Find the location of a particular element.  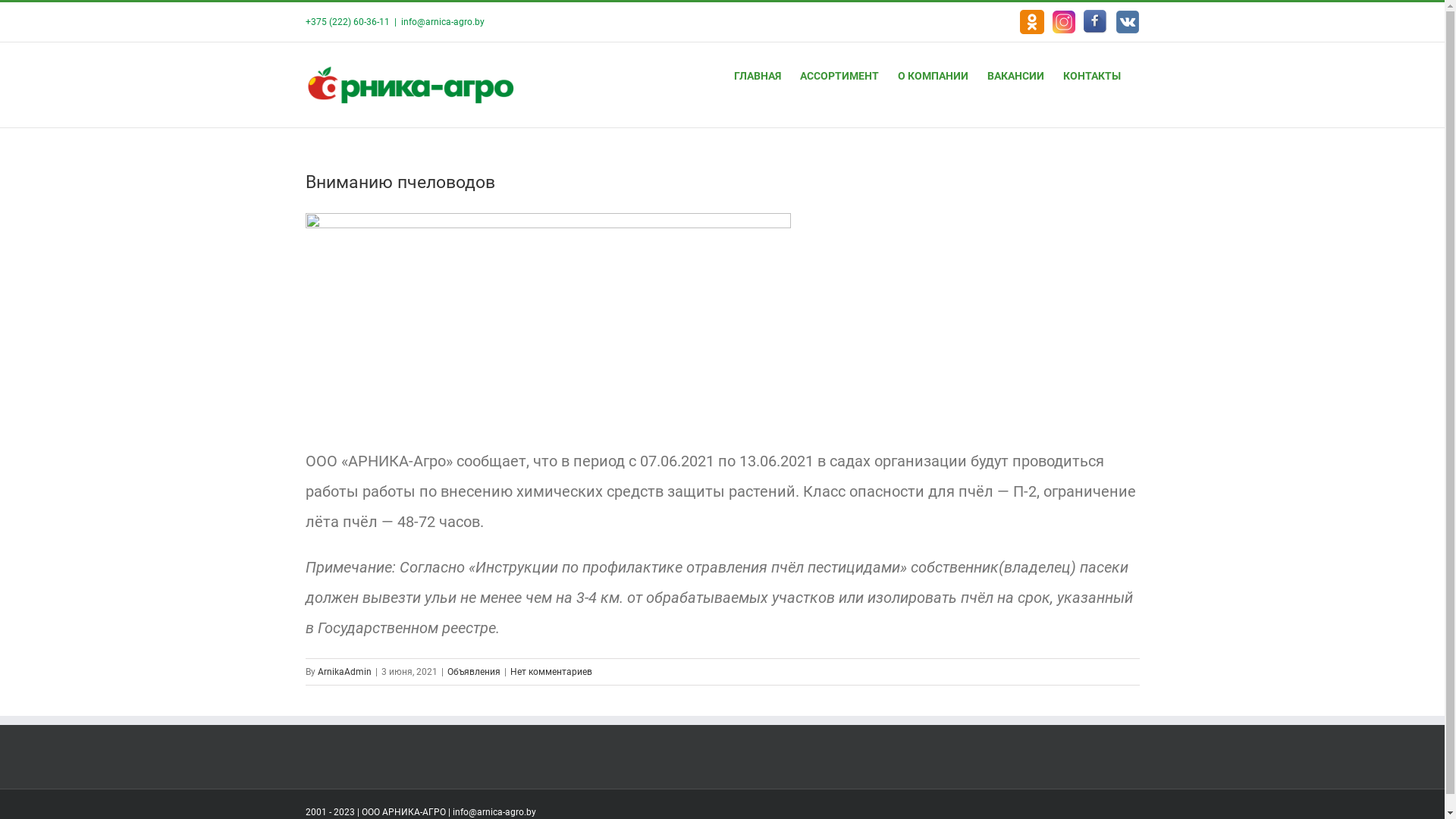

'Facebook' is located at coordinates (1095, 22).